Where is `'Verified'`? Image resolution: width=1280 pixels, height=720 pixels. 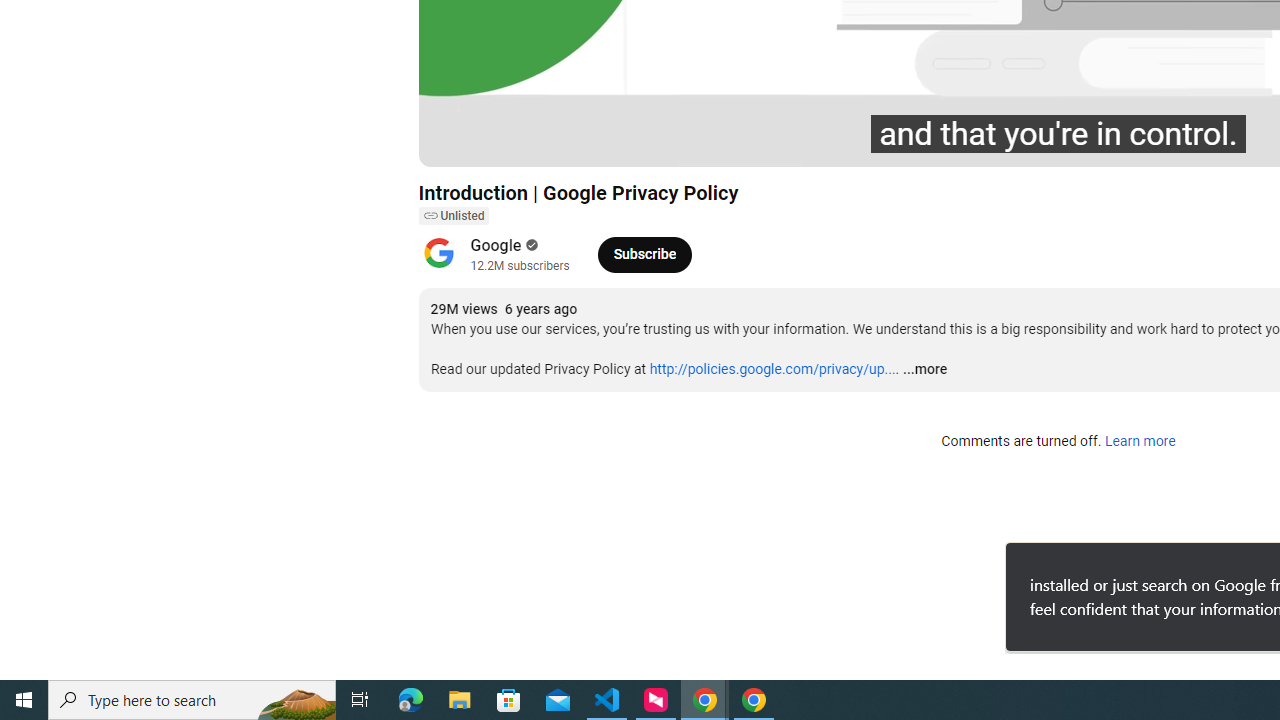 'Verified' is located at coordinates (530, 244).